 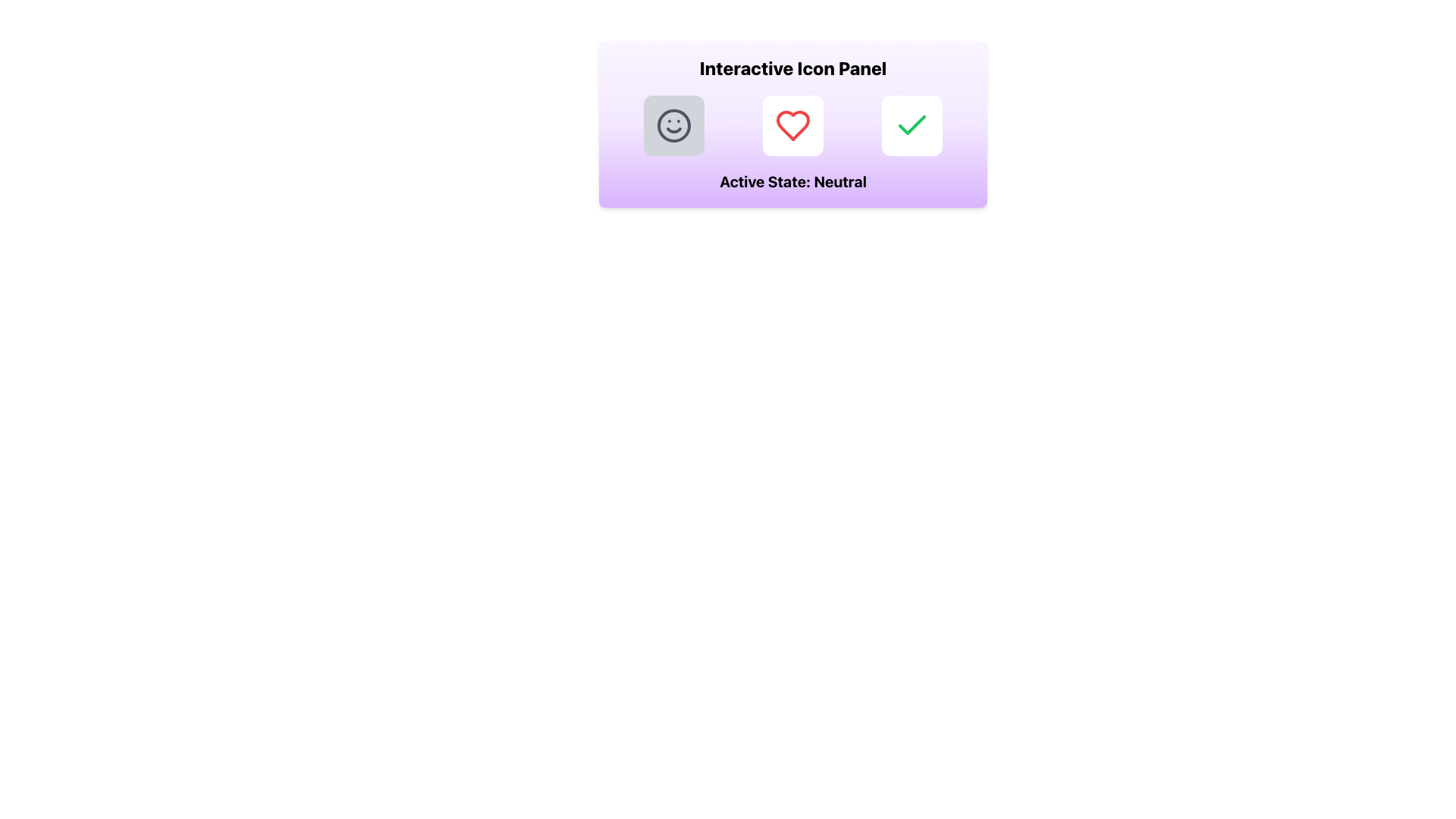 What do you see at coordinates (912, 124) in the screenshot?
I see `the button with a green checkmark on a white background to confirm the selection` at bounding box center [912, 124].